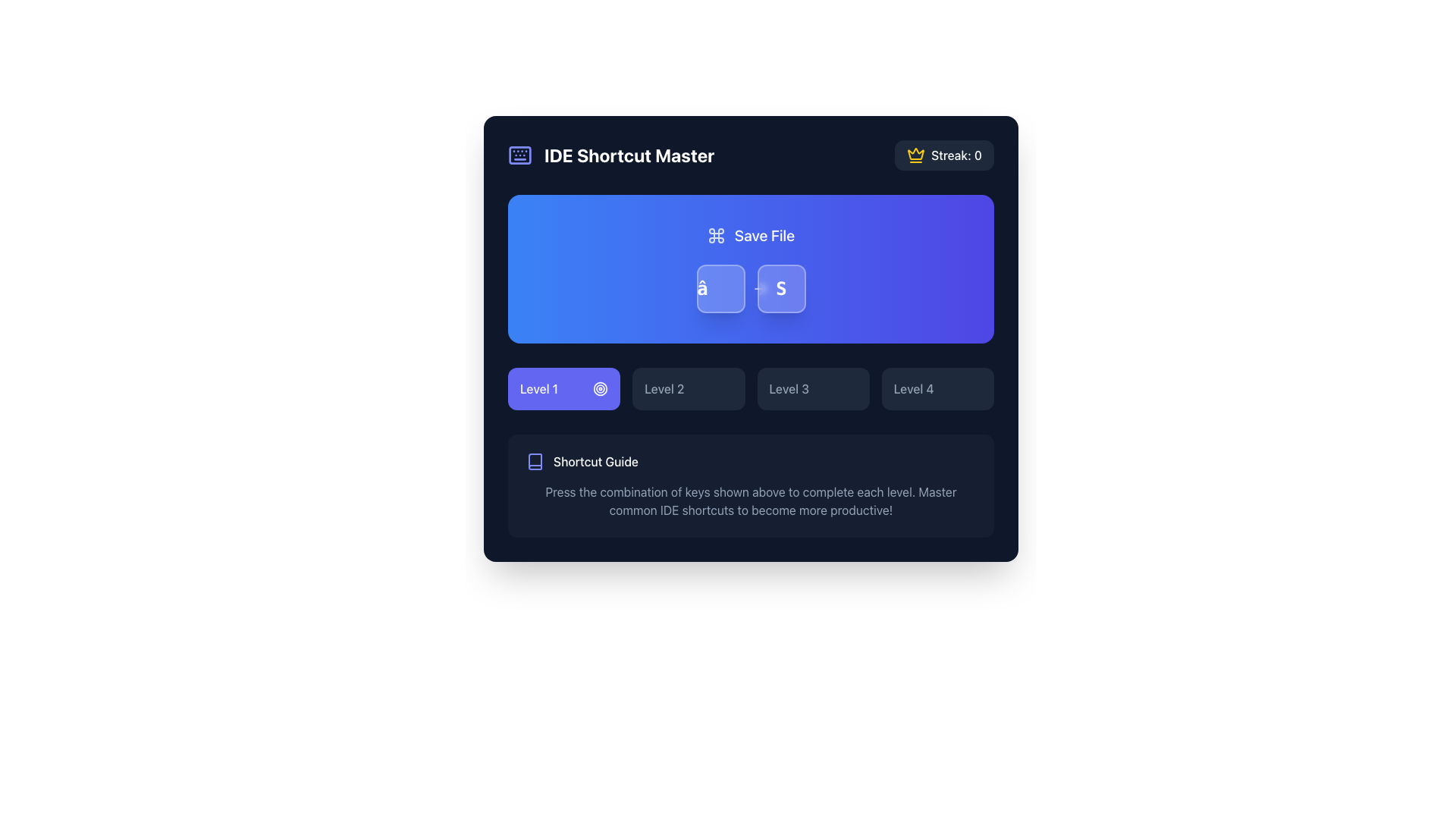 This screenshot has width=1456, height=819. What do you see at coordinates (915, 155) in the screenshot?
I see `the crown icon that denotes a streak or achievement status, located to the left of the 'Streak: 0' text` at bounding box center [915, 155].